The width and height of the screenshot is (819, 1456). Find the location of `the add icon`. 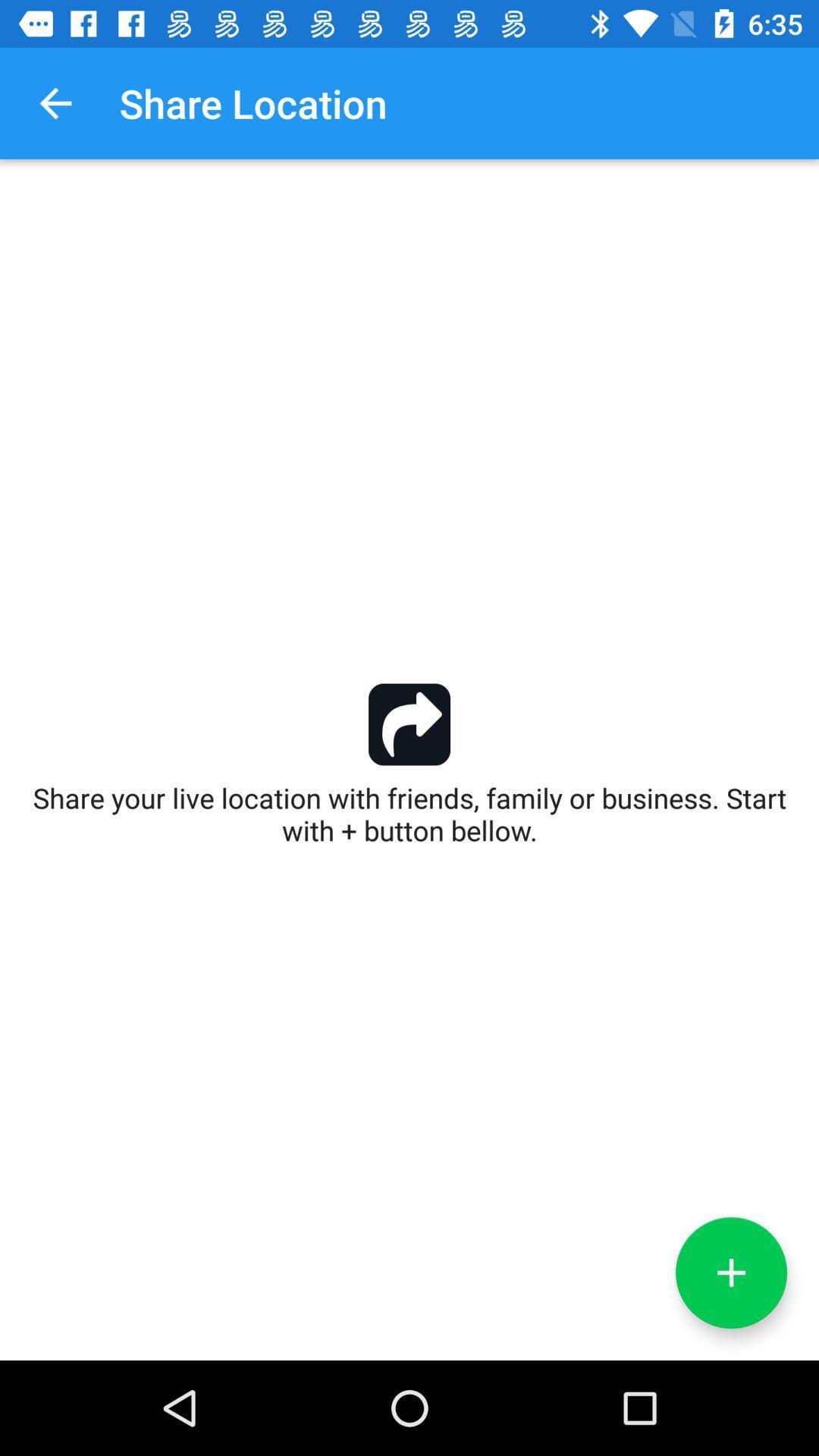

the add icon is located at coordinates (730, 1272).